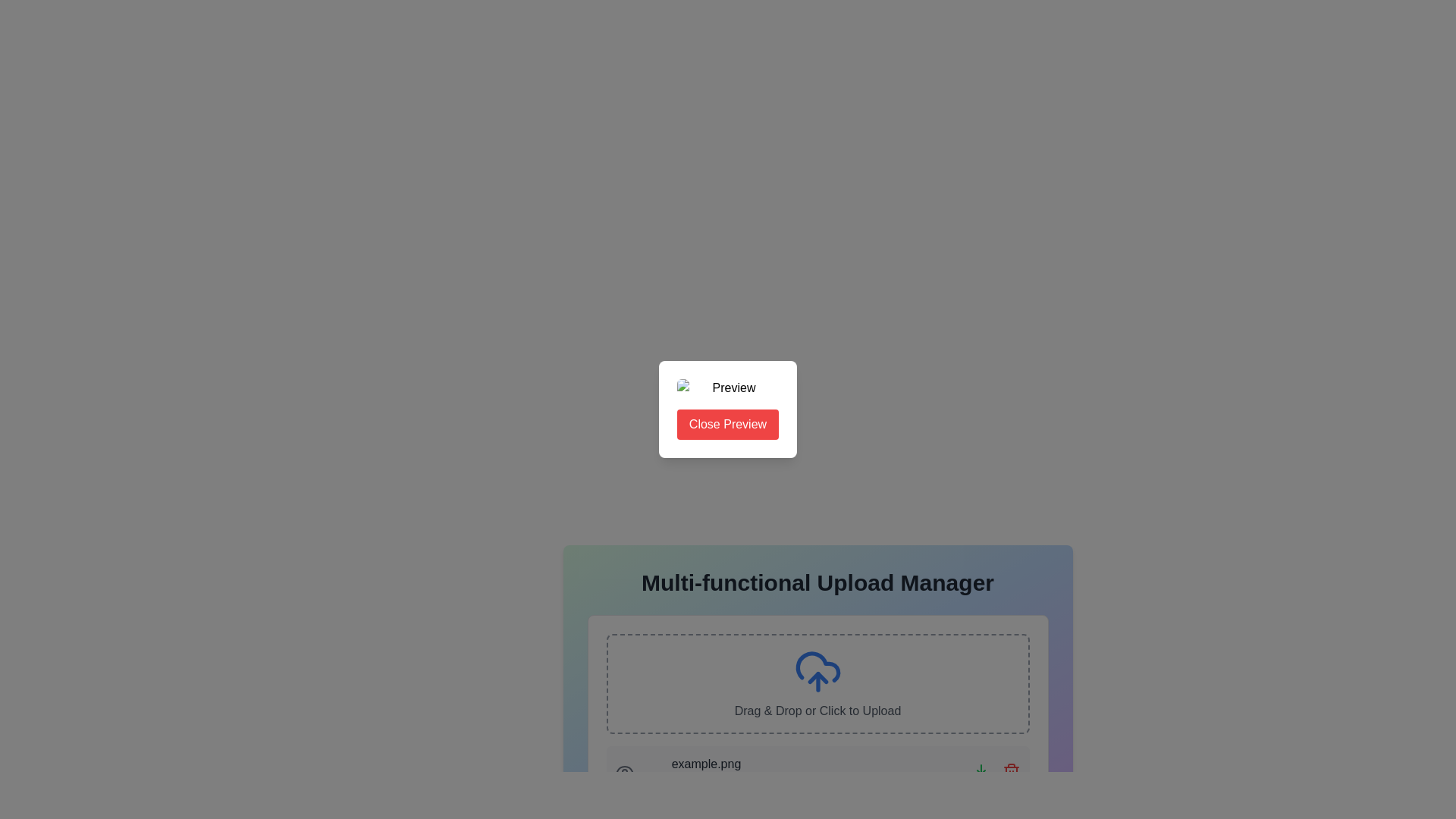 This screenshot has width=1456, height=819. Describe the element at coordinates (981, 776) in the screenshot. I see `the rectangular shape with rounded corners at the bottom right of the application, which is part of an SVG icon` at that location.